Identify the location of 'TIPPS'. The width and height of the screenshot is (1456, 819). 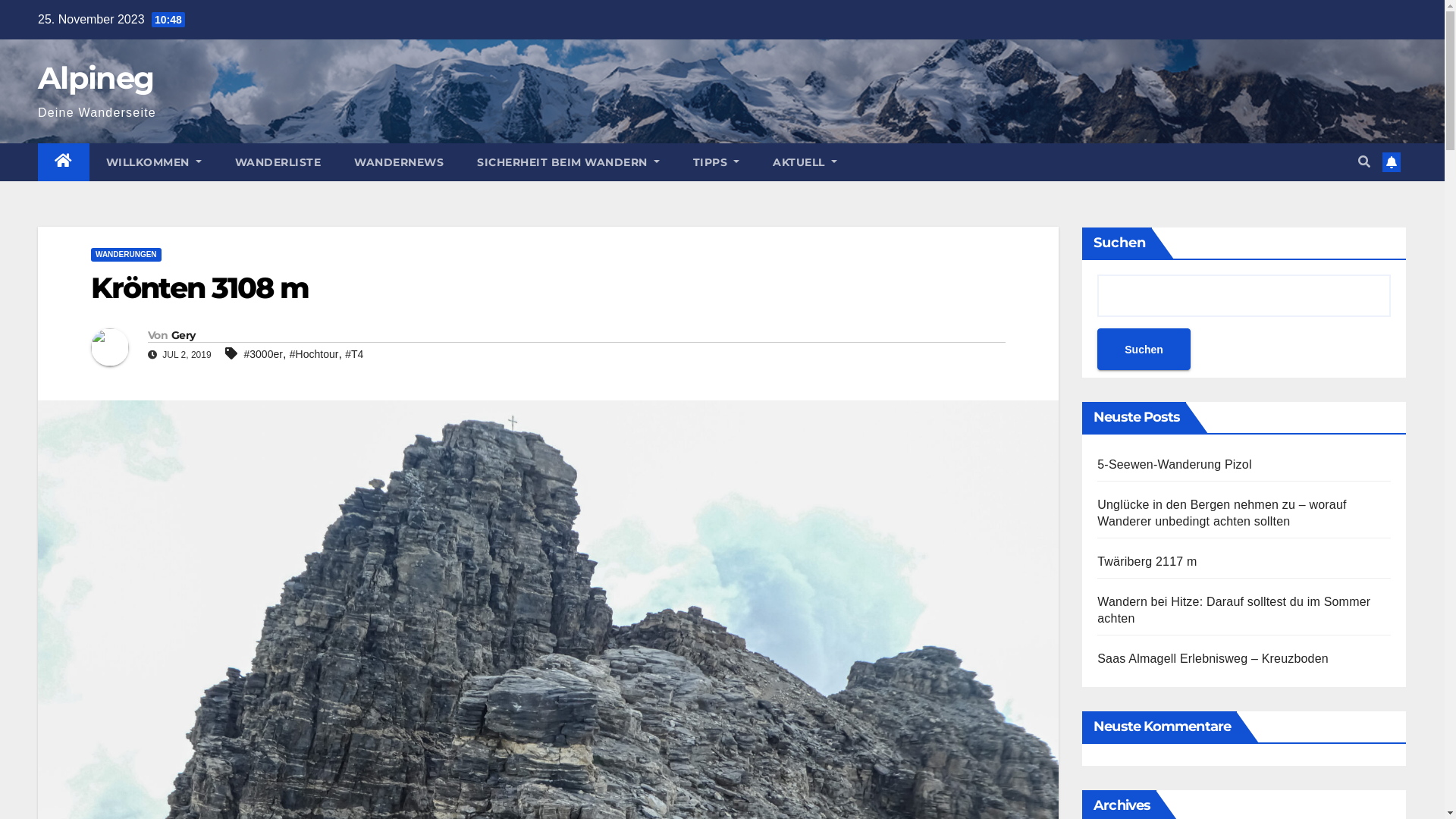
(676, 162).